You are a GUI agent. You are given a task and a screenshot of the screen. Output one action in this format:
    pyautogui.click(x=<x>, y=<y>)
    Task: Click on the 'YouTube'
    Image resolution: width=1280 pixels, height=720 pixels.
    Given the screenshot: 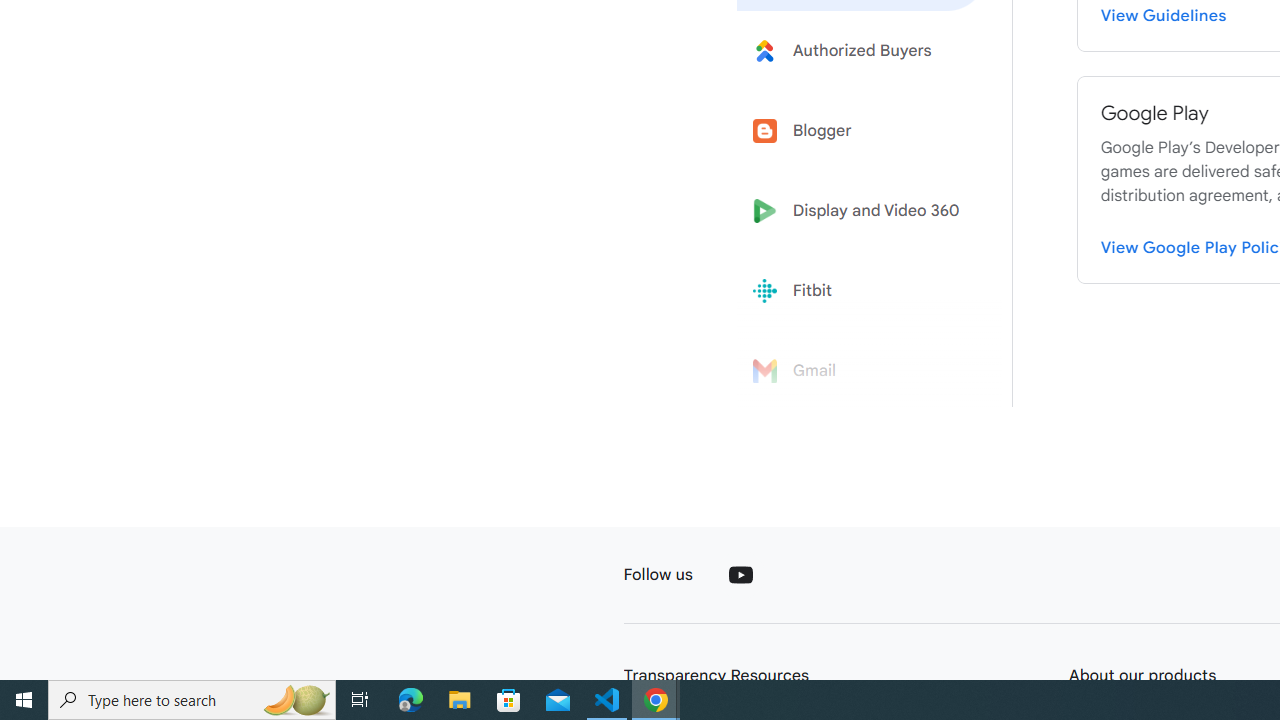 What is the action you would take?
    pyautogui.click(x=739, y=574)
    